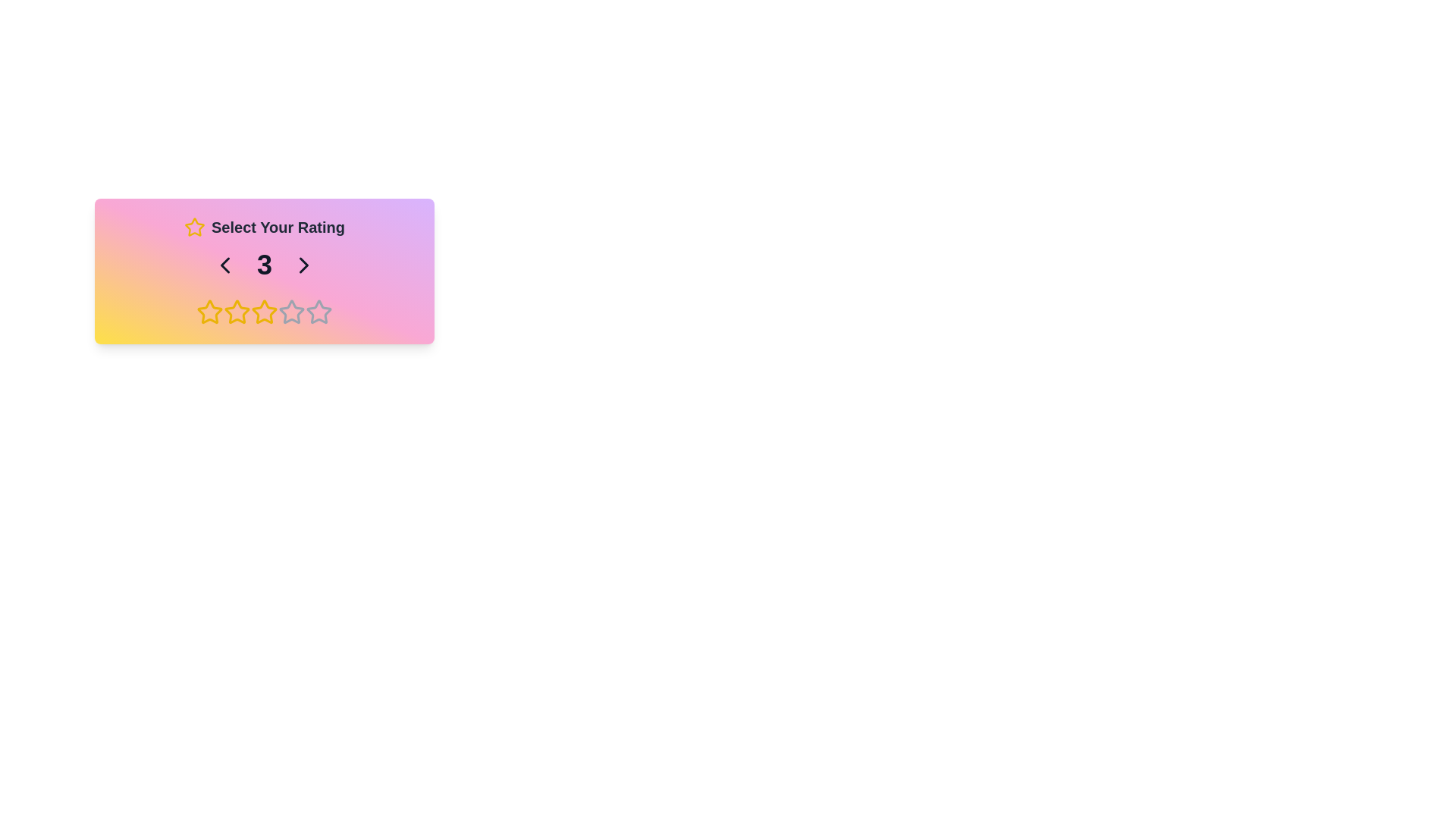 The height and width of the screenshot is (819, 1456). What do you see at coordinates (224, 265) in the screenshot?
I see `the leftward-pointing chevron arrow button, which is dark gray and positioned to the left of the numeral '3', to trigger a tooltip or visual feedback` at bounding box center [224, 265].